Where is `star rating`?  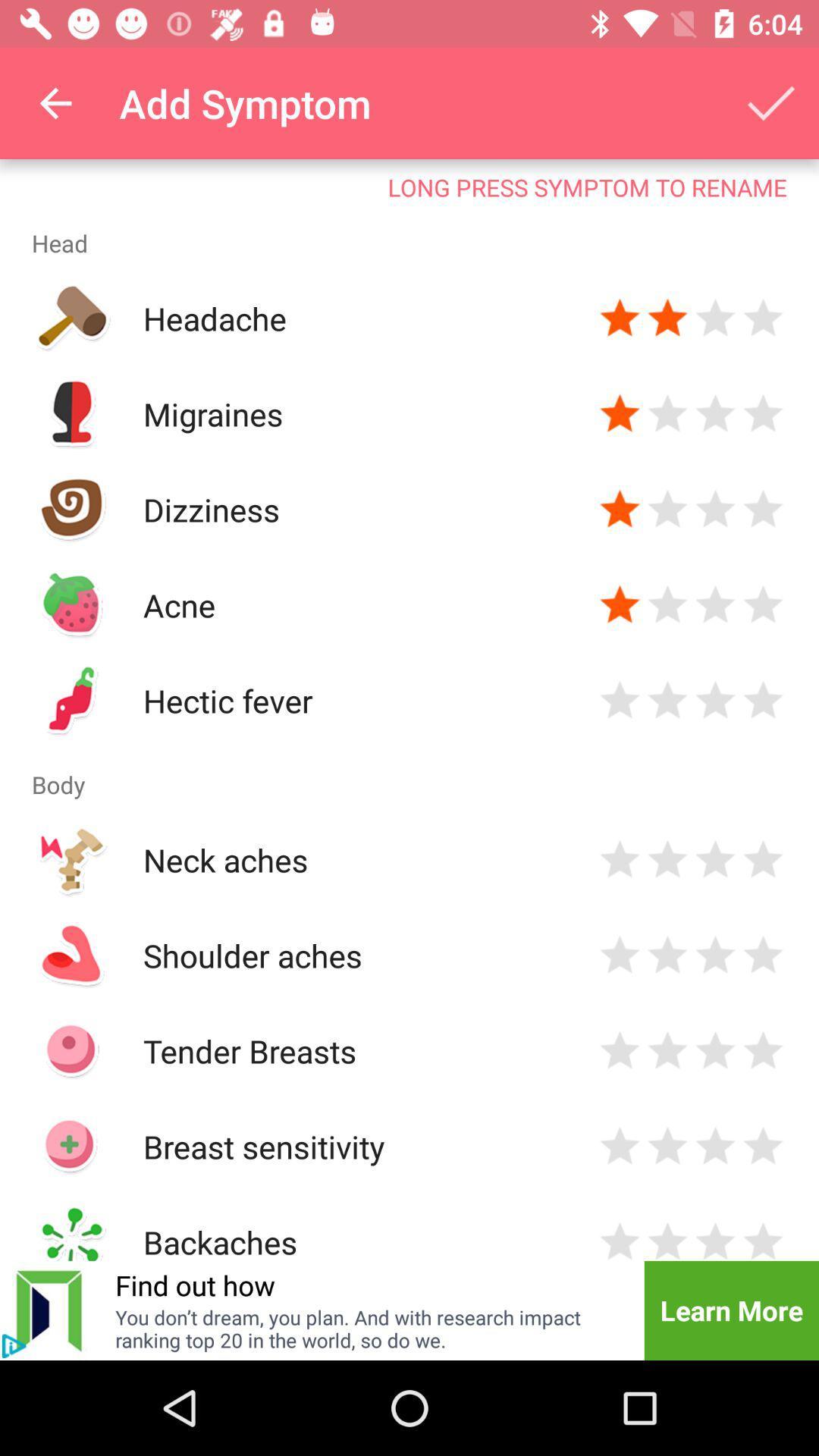
star rating is located at coordinates (715, 1239).